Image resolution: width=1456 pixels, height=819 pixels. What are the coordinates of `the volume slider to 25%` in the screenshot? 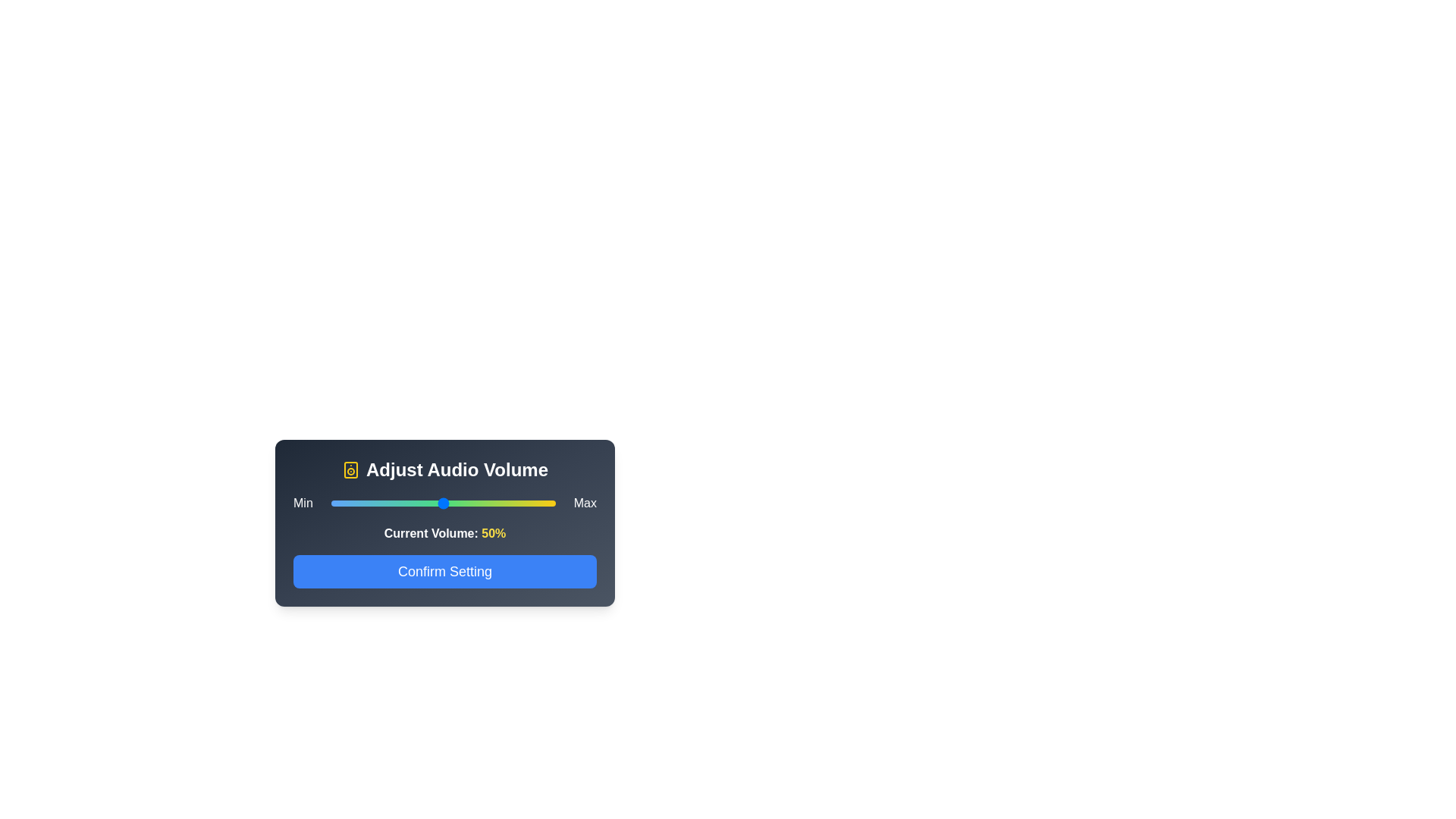 It's located at (387, 503).